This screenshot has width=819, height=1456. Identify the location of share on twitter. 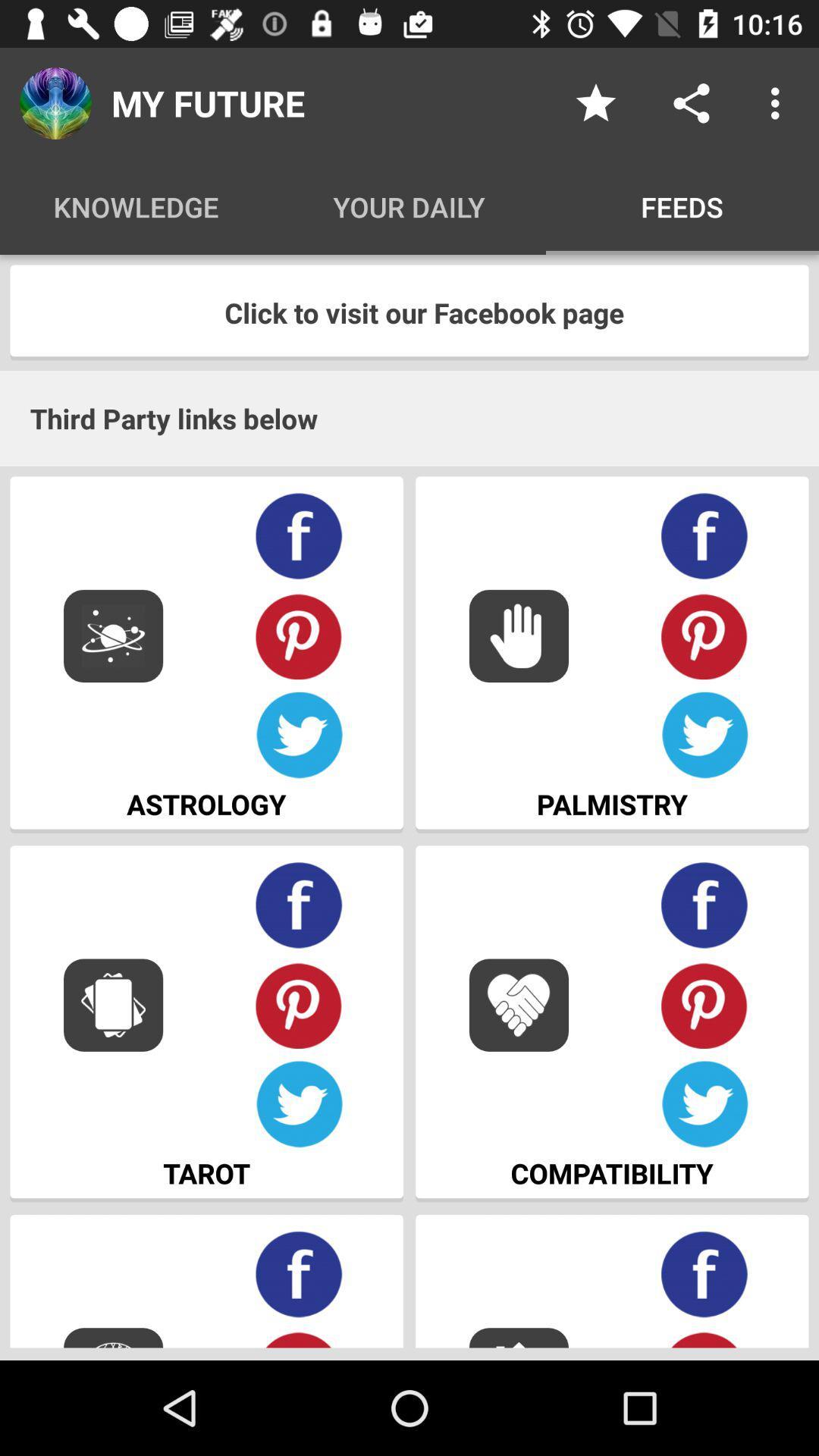
(299, 1104).